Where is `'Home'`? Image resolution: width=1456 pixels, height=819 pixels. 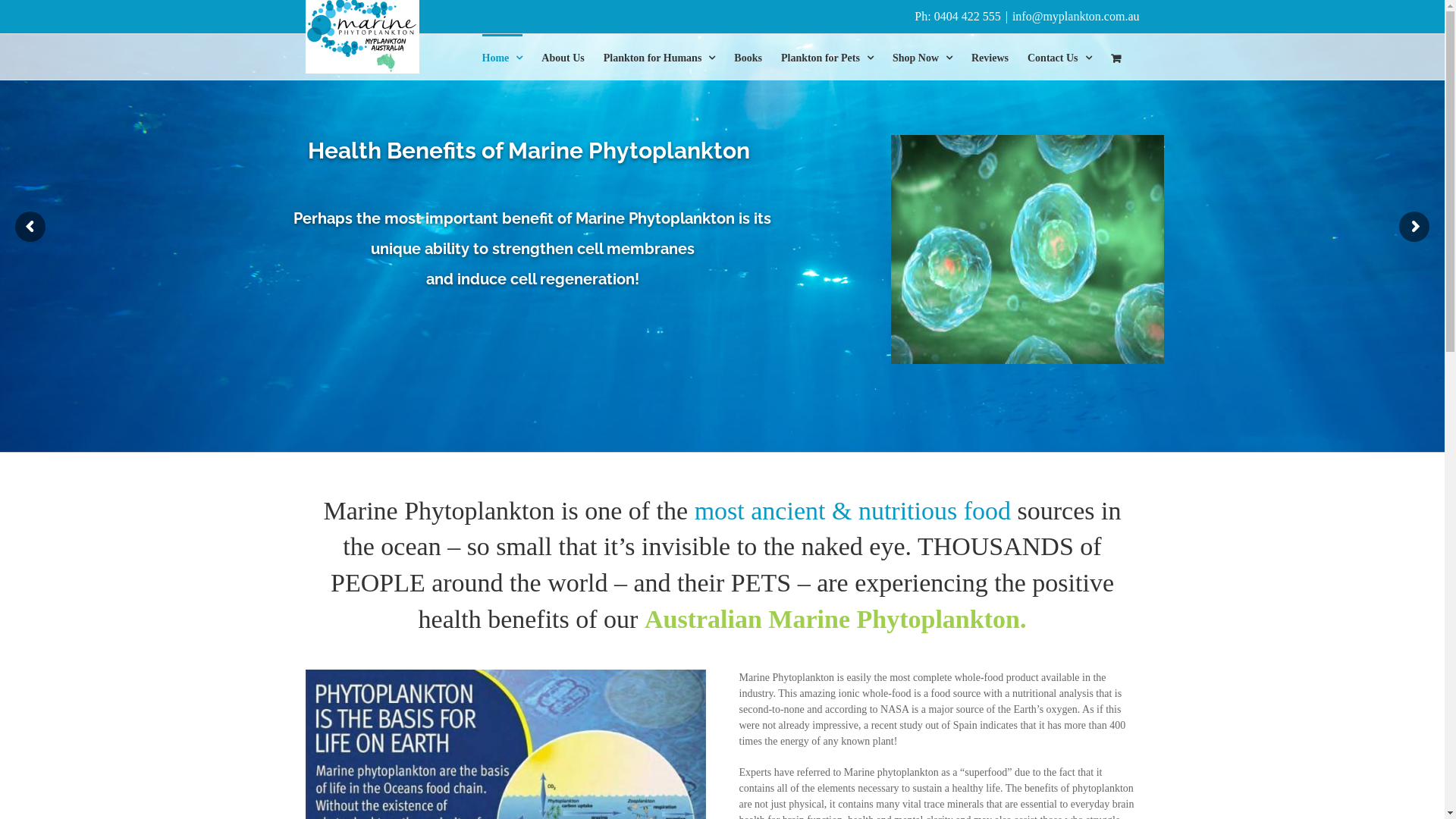
'Home' is located at coordinates (502, 55).